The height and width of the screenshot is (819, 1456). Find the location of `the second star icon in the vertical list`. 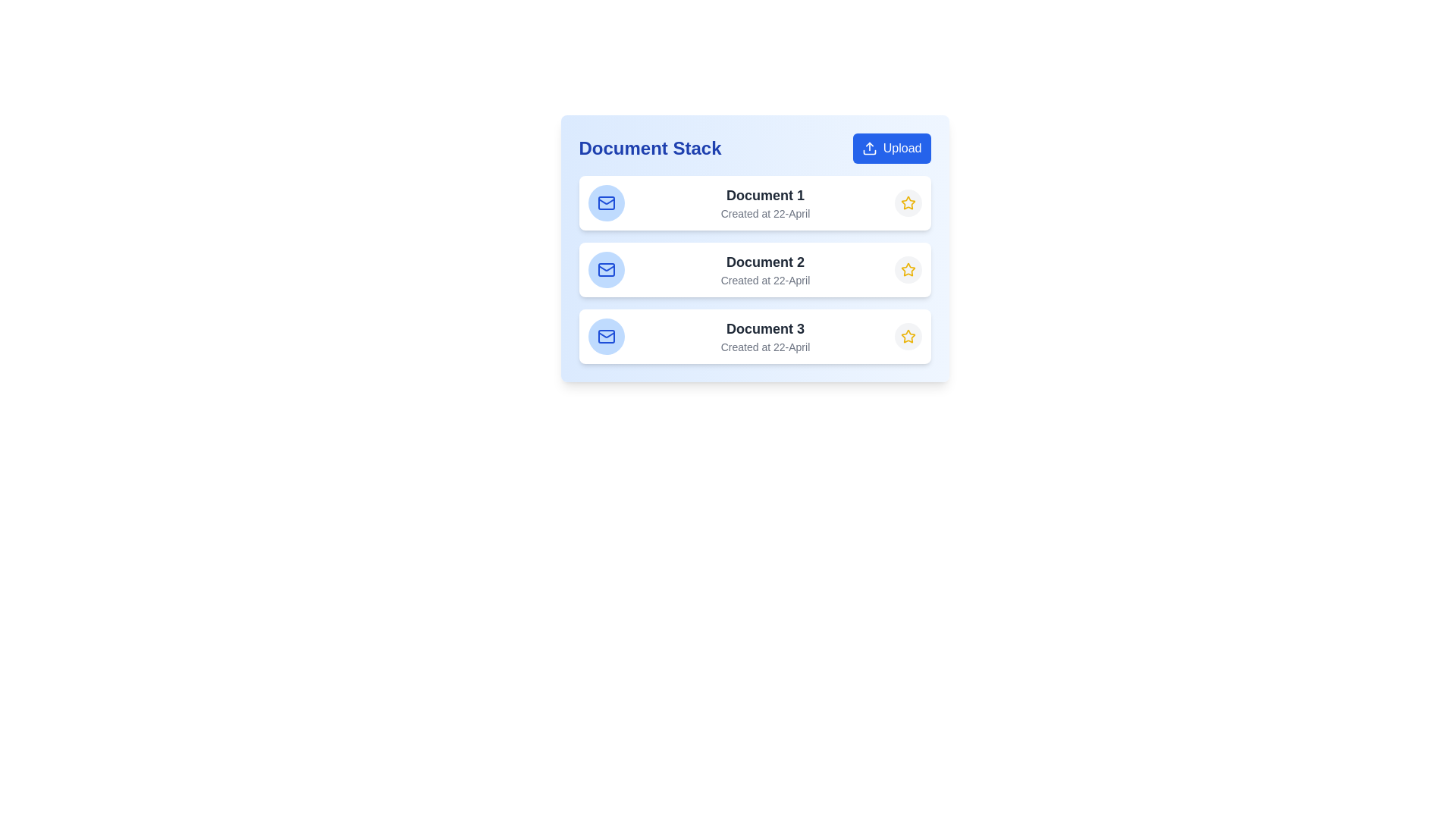

the second star icon in the vertical list is located at coordinates (908, 268).